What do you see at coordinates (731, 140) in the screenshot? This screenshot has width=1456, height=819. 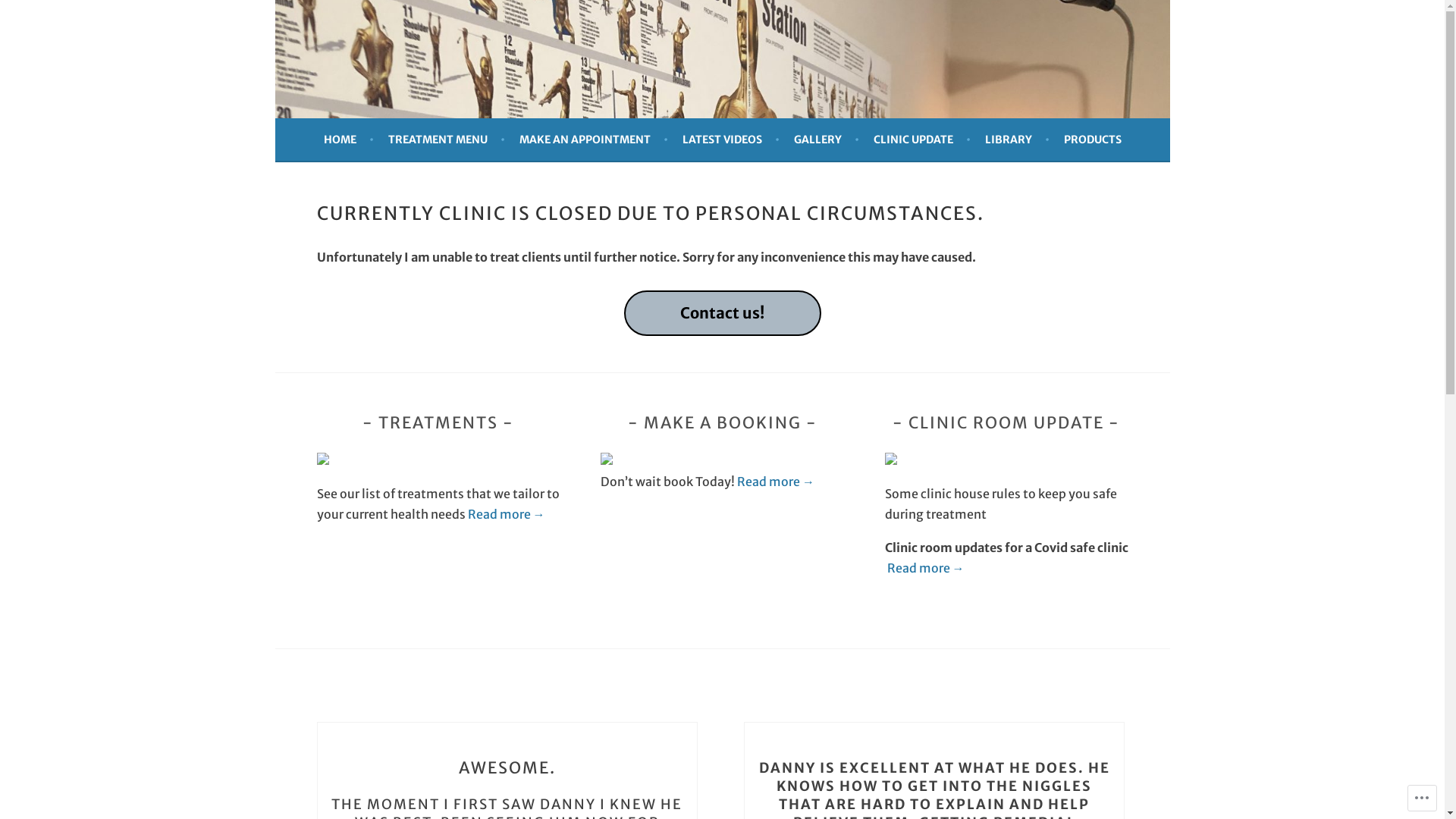 I see `'LATEST VIDEOS'` at bounding box center [731, 140].